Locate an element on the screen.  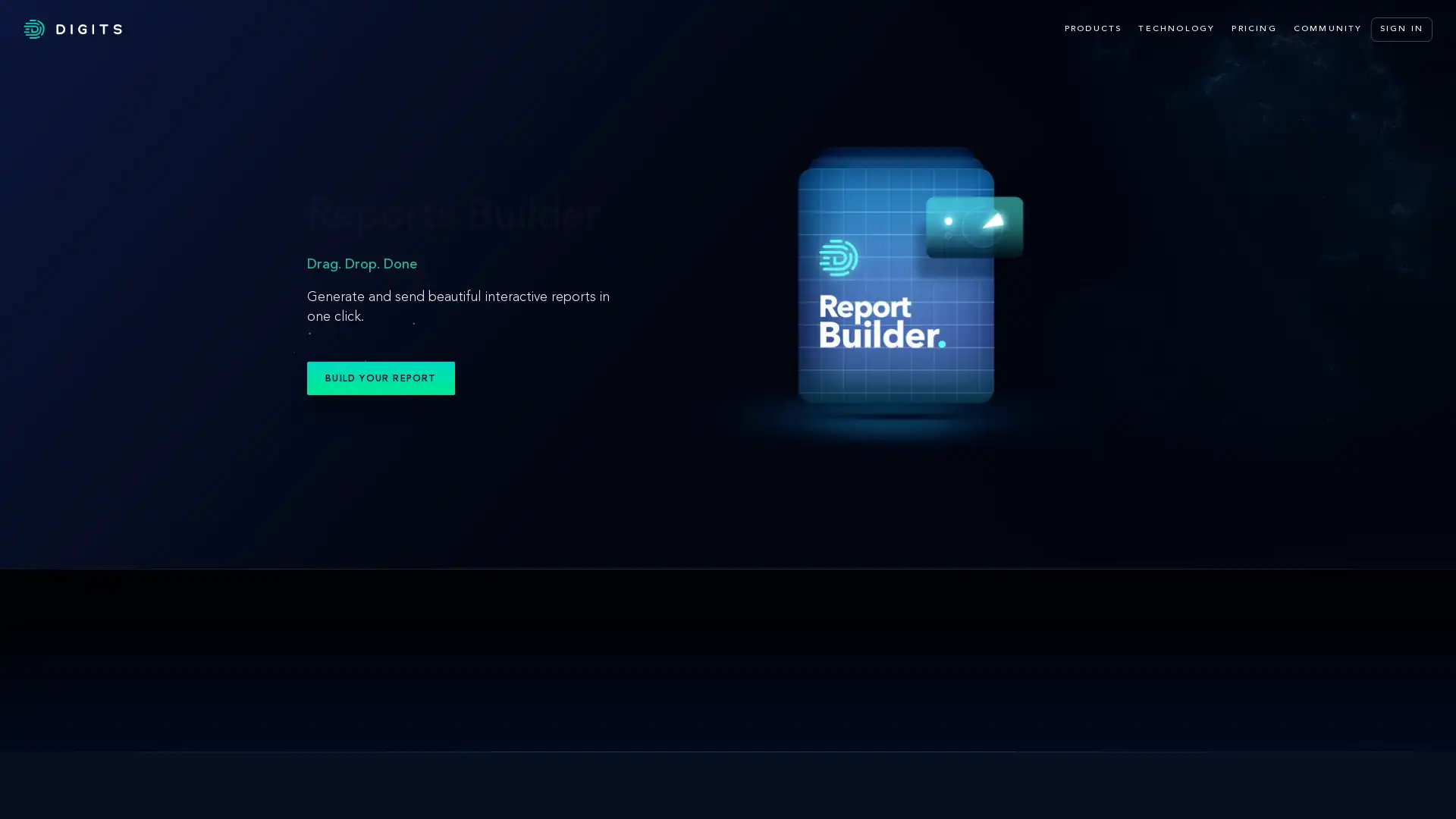
PRODUCTS is located at coordinates (1092, 29).